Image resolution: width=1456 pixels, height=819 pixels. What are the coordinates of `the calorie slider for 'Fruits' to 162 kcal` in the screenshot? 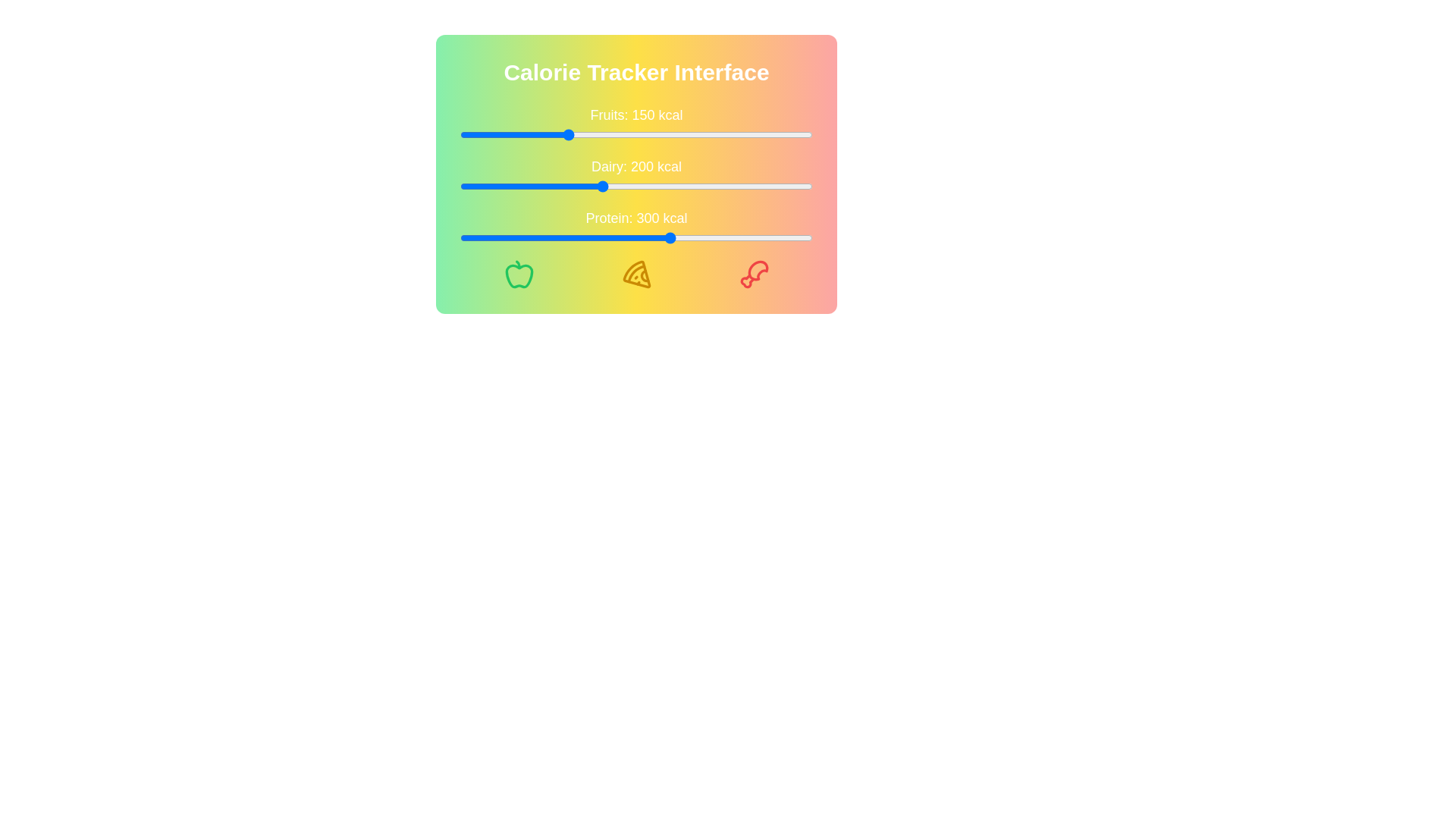 It's located at (573, 133).